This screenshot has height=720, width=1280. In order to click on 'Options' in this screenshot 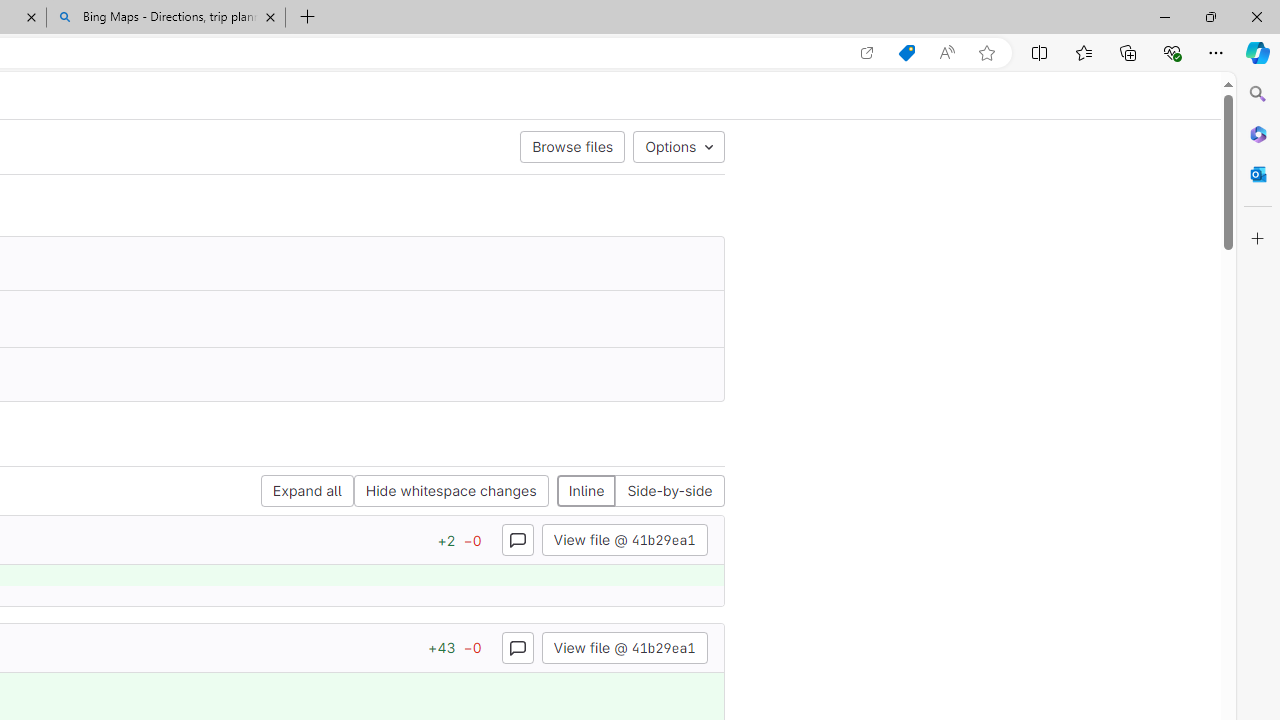, I will do `click(679, 145)`.